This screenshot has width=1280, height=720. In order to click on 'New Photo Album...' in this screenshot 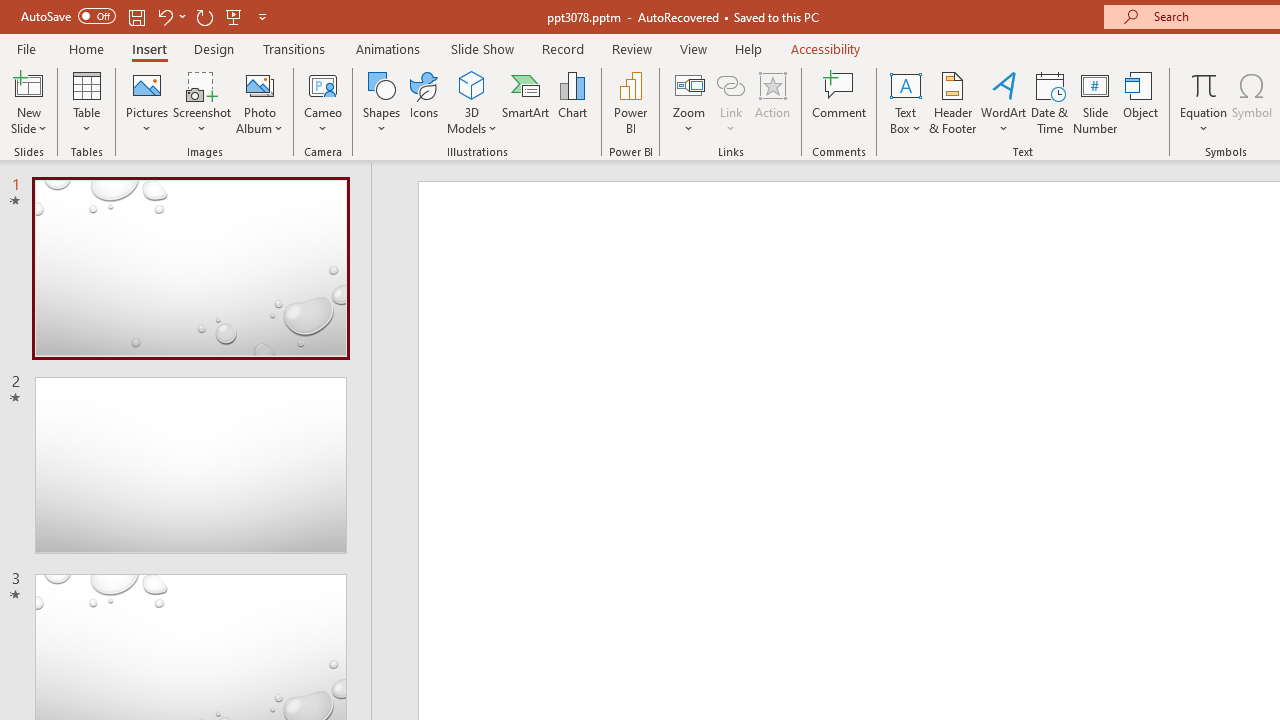, I will do `click(258, 84)`.